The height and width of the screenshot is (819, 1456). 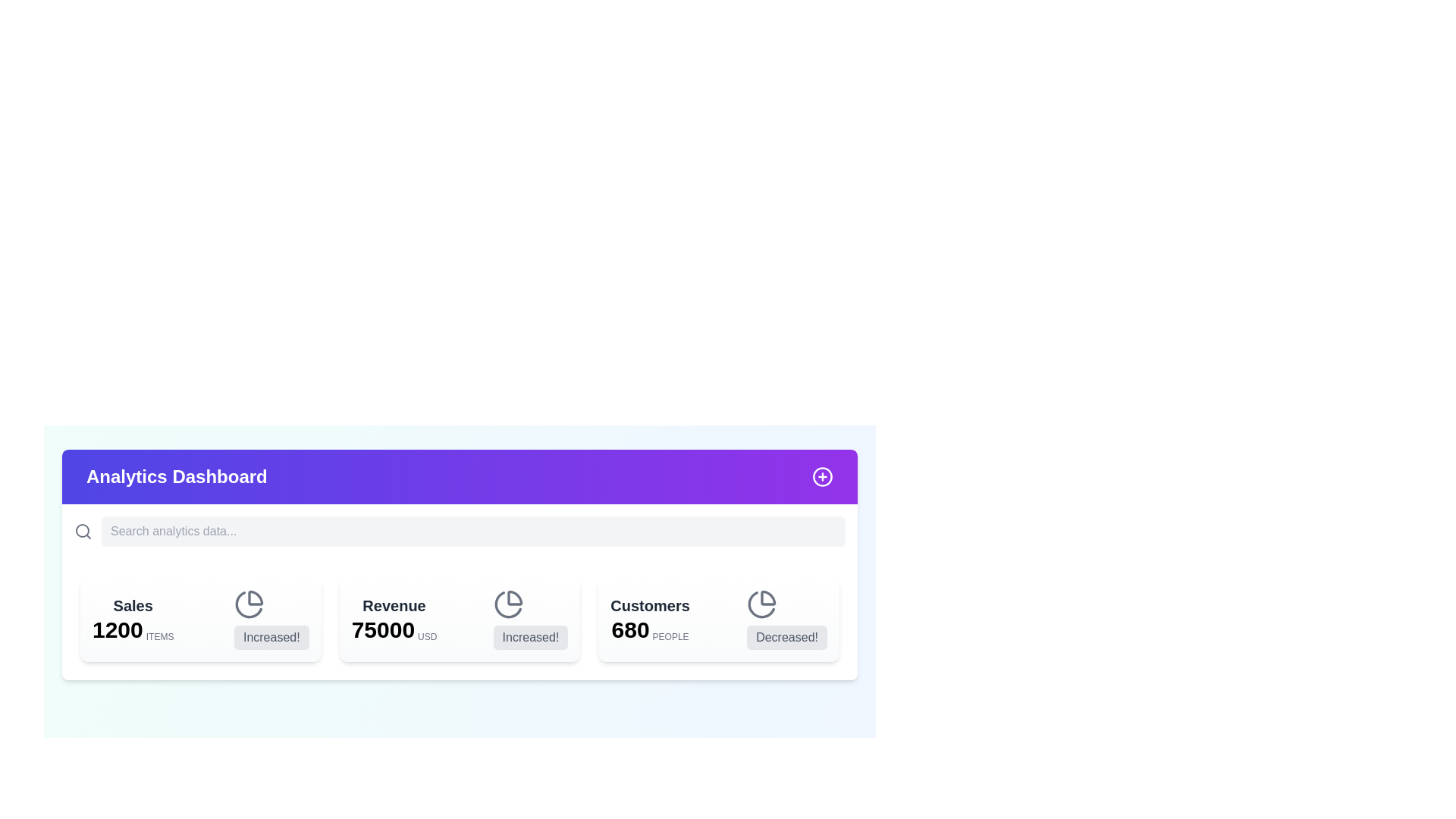 I want to click on the second segment of the pie chart icon with a light gray stroke located in the 'Customers' card on the right-most side of the analytics dashboard, so click(x=761, y=604).